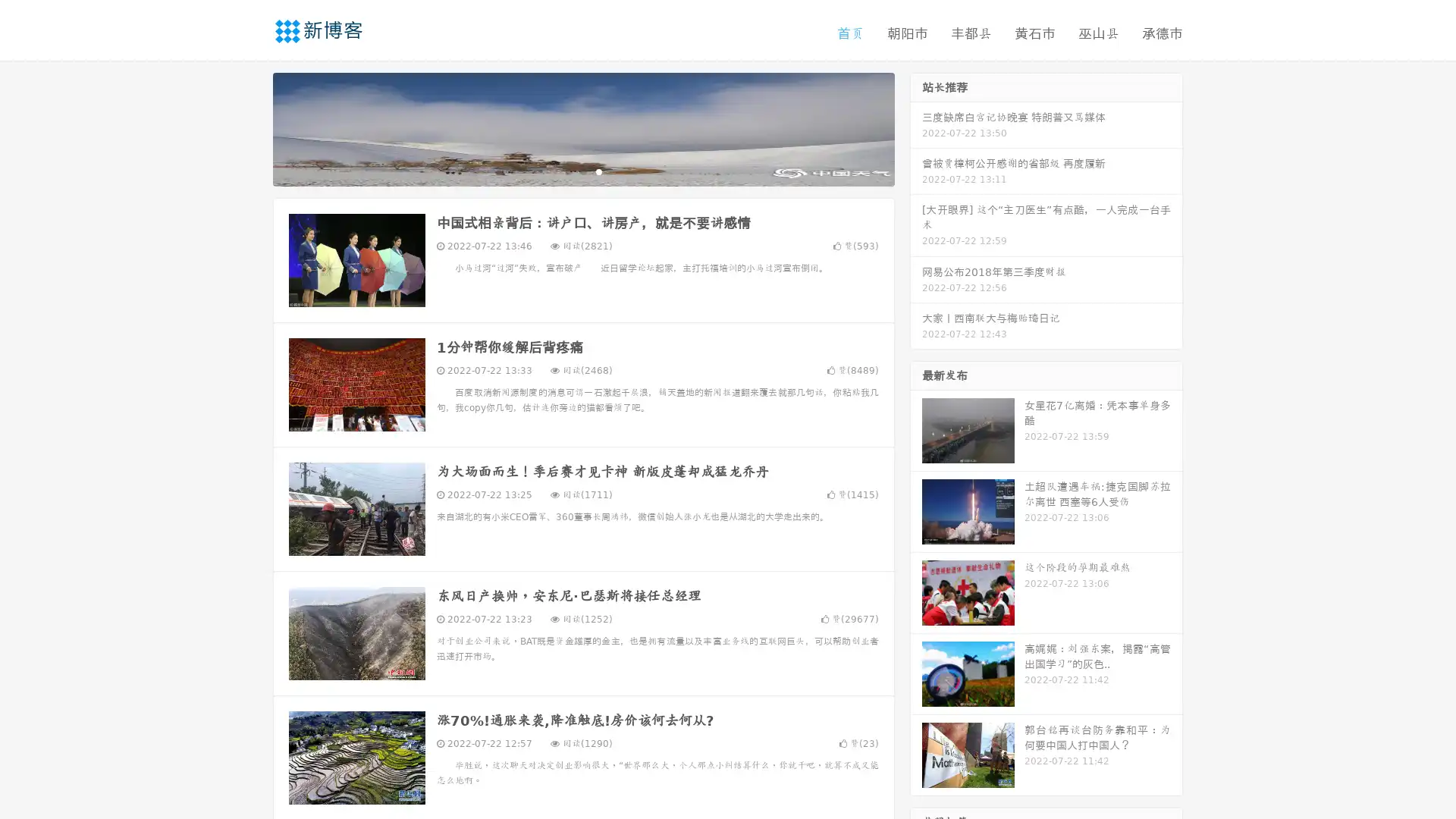  What do you see at coordinates (250, 127) in the screenshot?
I see `Previous slide` at bounding box center [250, 127].